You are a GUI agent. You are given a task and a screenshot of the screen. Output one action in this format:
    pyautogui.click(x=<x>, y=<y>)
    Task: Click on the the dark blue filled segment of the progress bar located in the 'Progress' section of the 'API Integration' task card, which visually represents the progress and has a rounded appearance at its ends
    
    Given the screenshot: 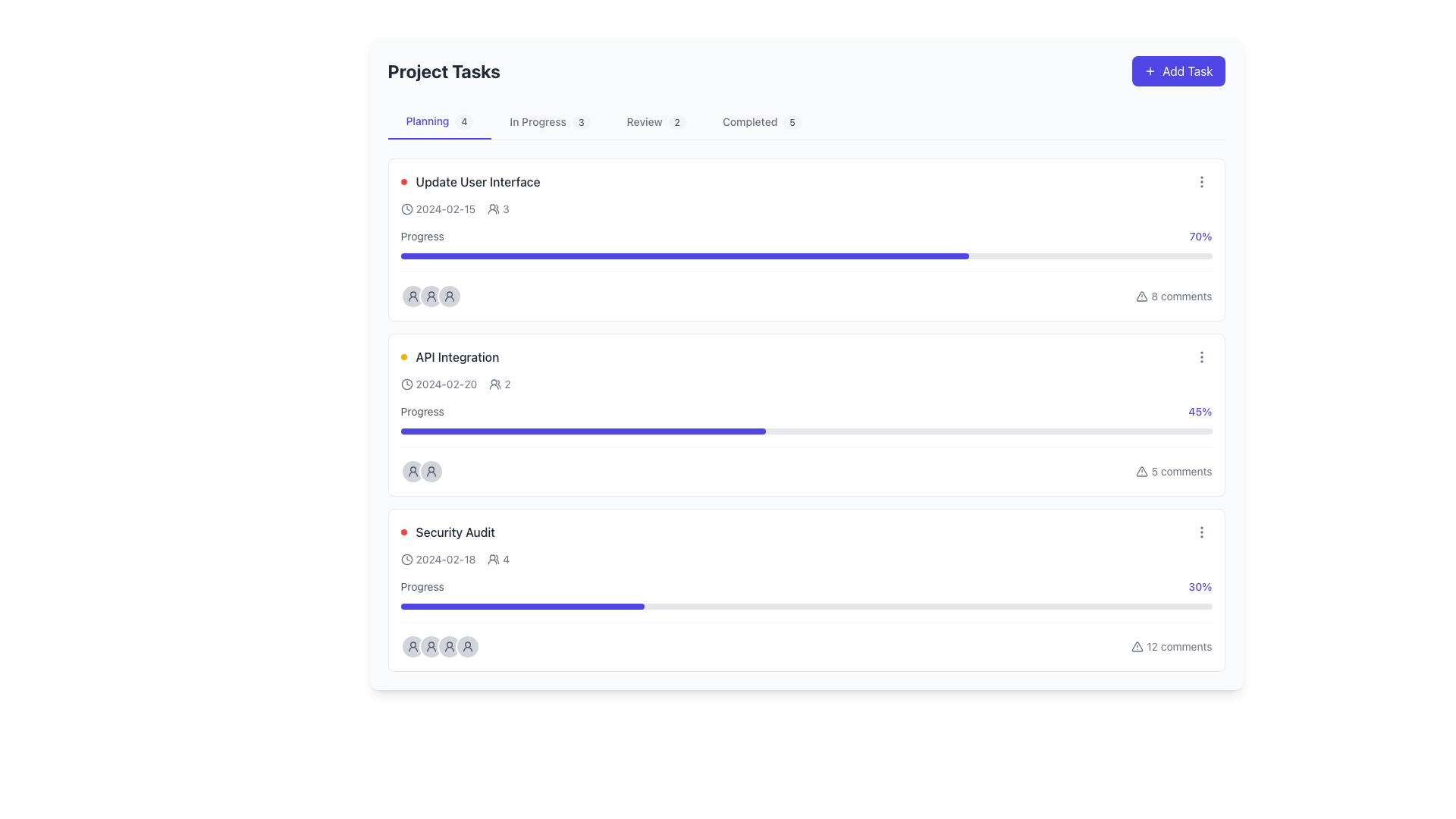 What is the action you would take?
    pyautogui.click(x=582, y=431)
    